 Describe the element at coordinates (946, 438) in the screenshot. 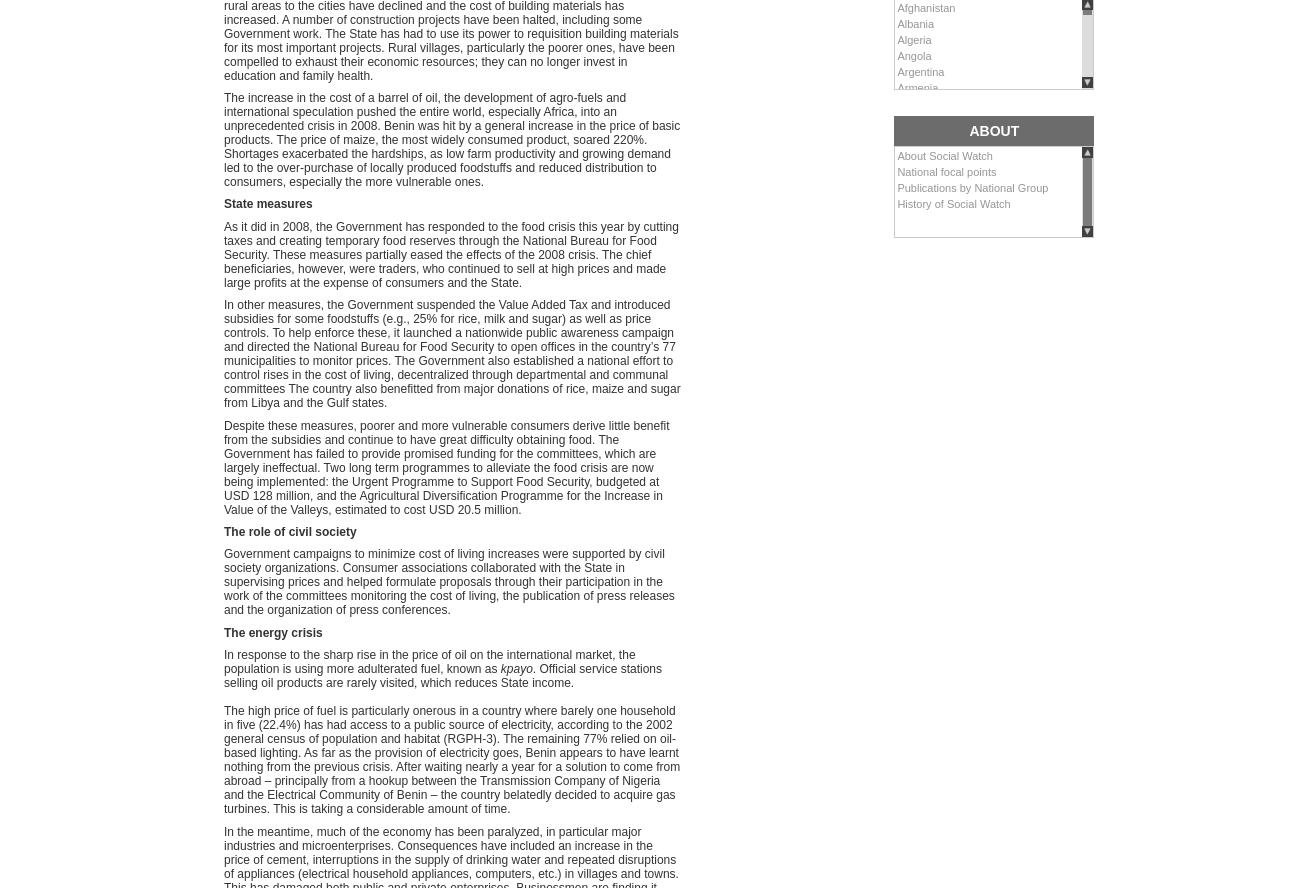

I see `'Dominican Republic'` at that location.